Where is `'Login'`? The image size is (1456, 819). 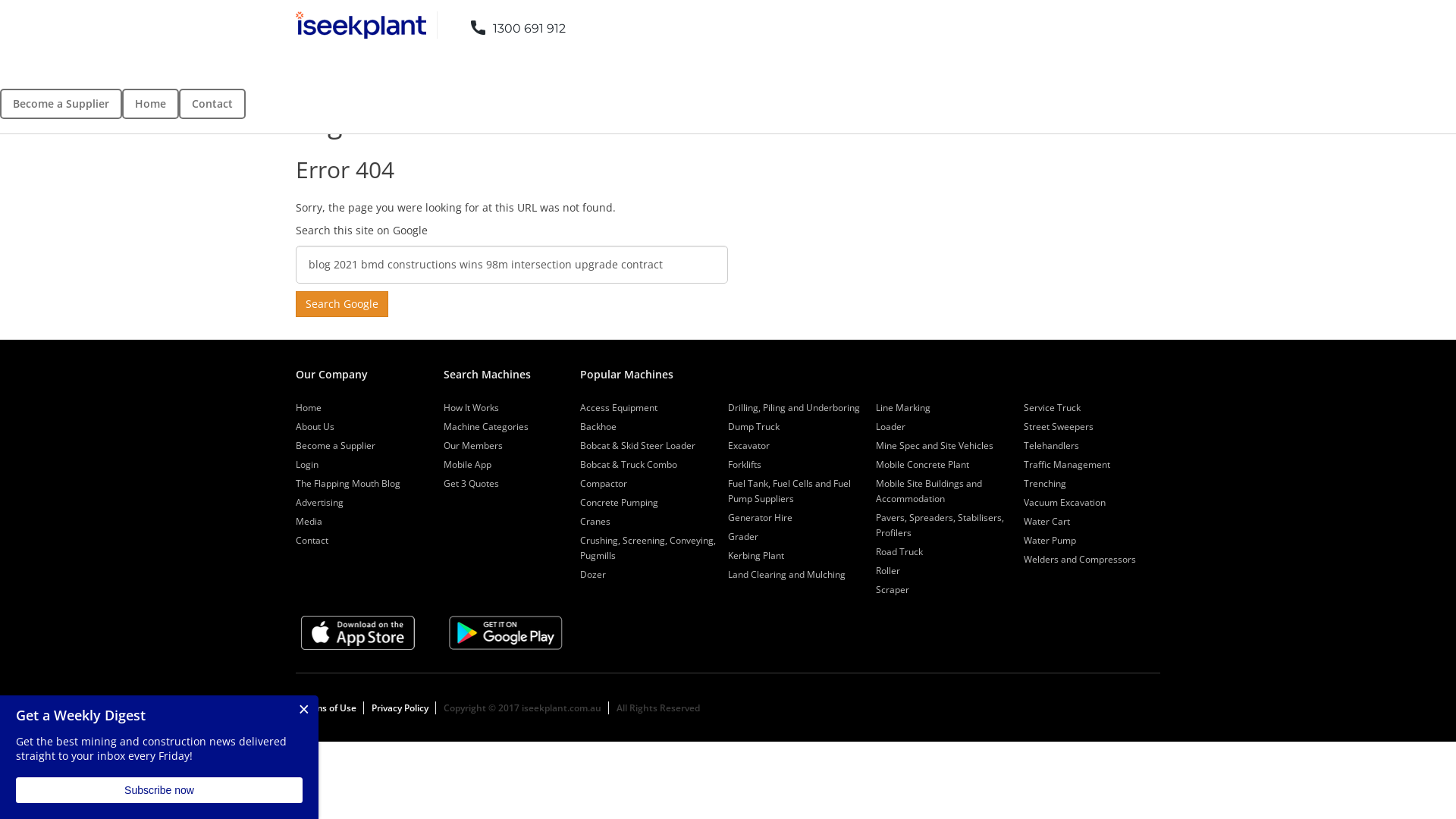 'Login' is located at coordinates (306, 463).